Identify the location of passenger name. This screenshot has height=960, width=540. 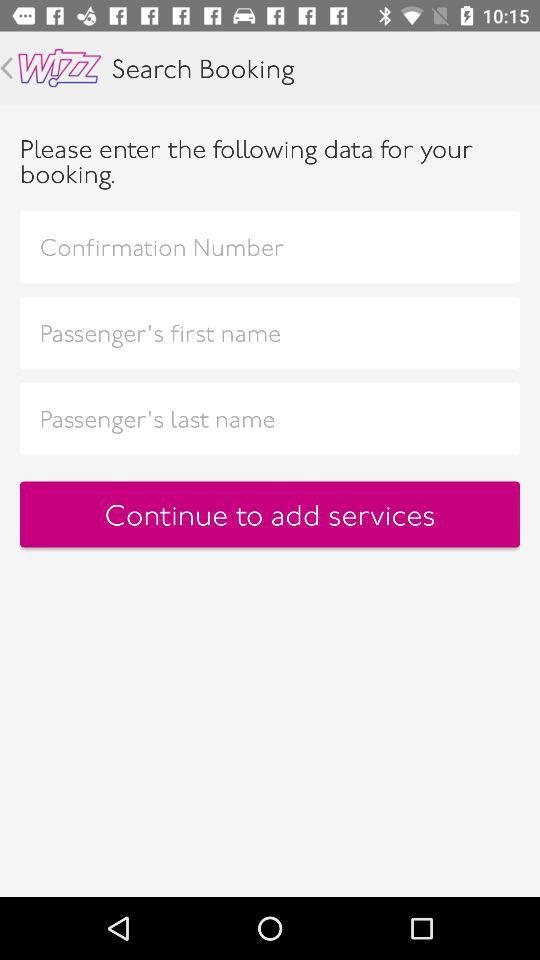
(270, 332).